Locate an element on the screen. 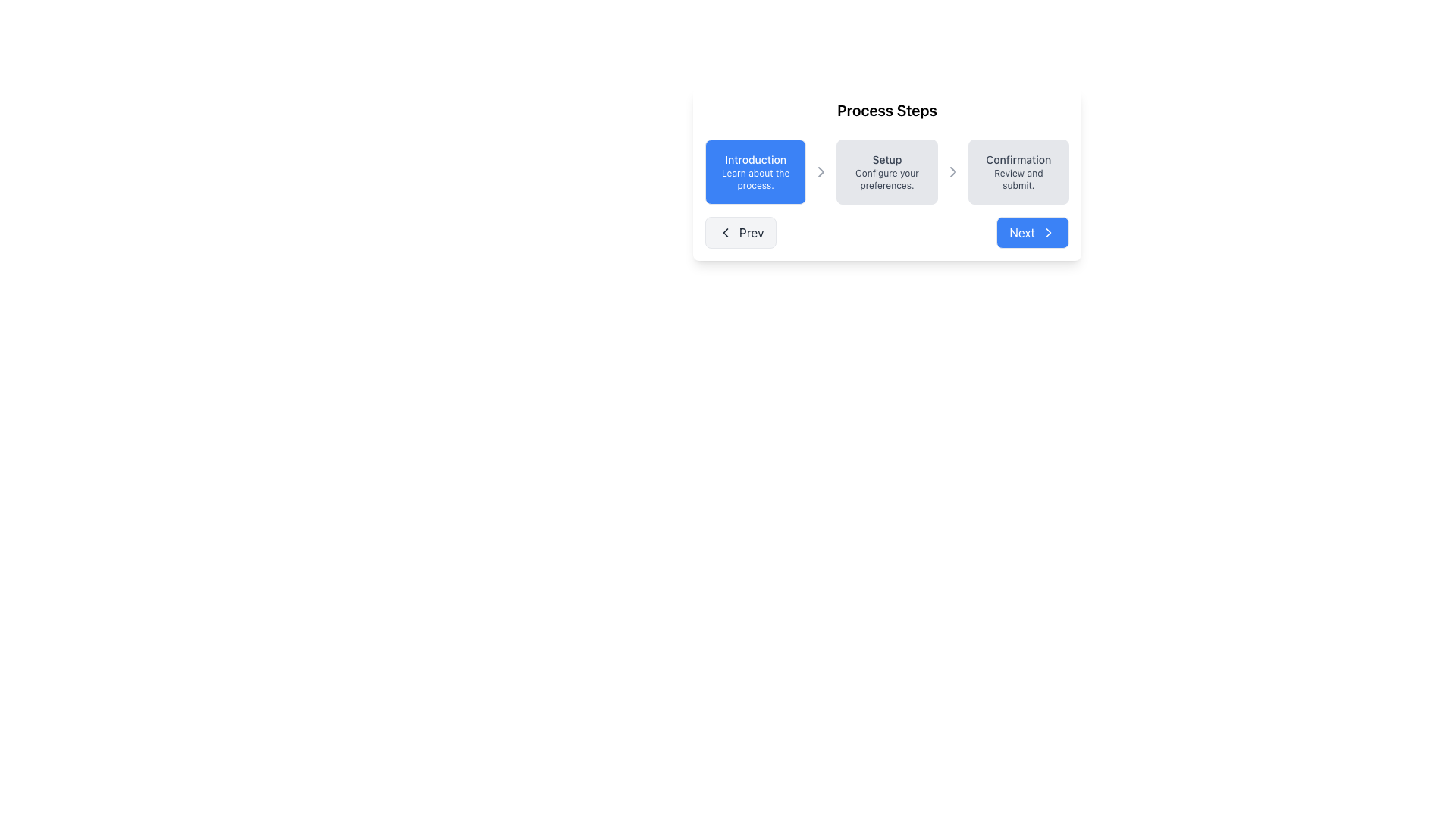 The image size is (1456, 819). the small rightward arrow icon within the 'Next' button located at the lower-right corner of the 'Process Steps' dialog is located at coordinates (1047, 233).